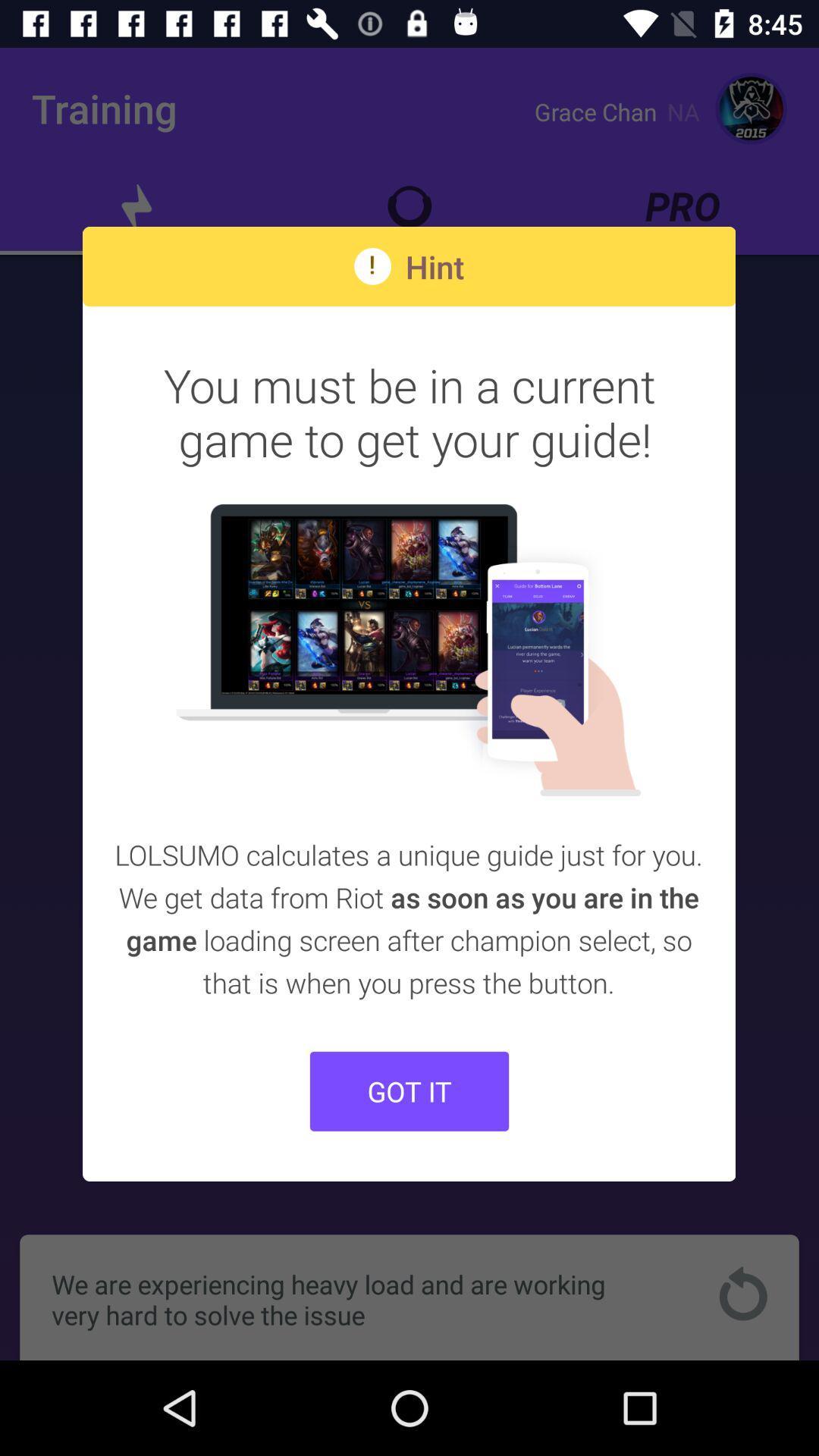  I want to click on the got it, so click(409, 1090).